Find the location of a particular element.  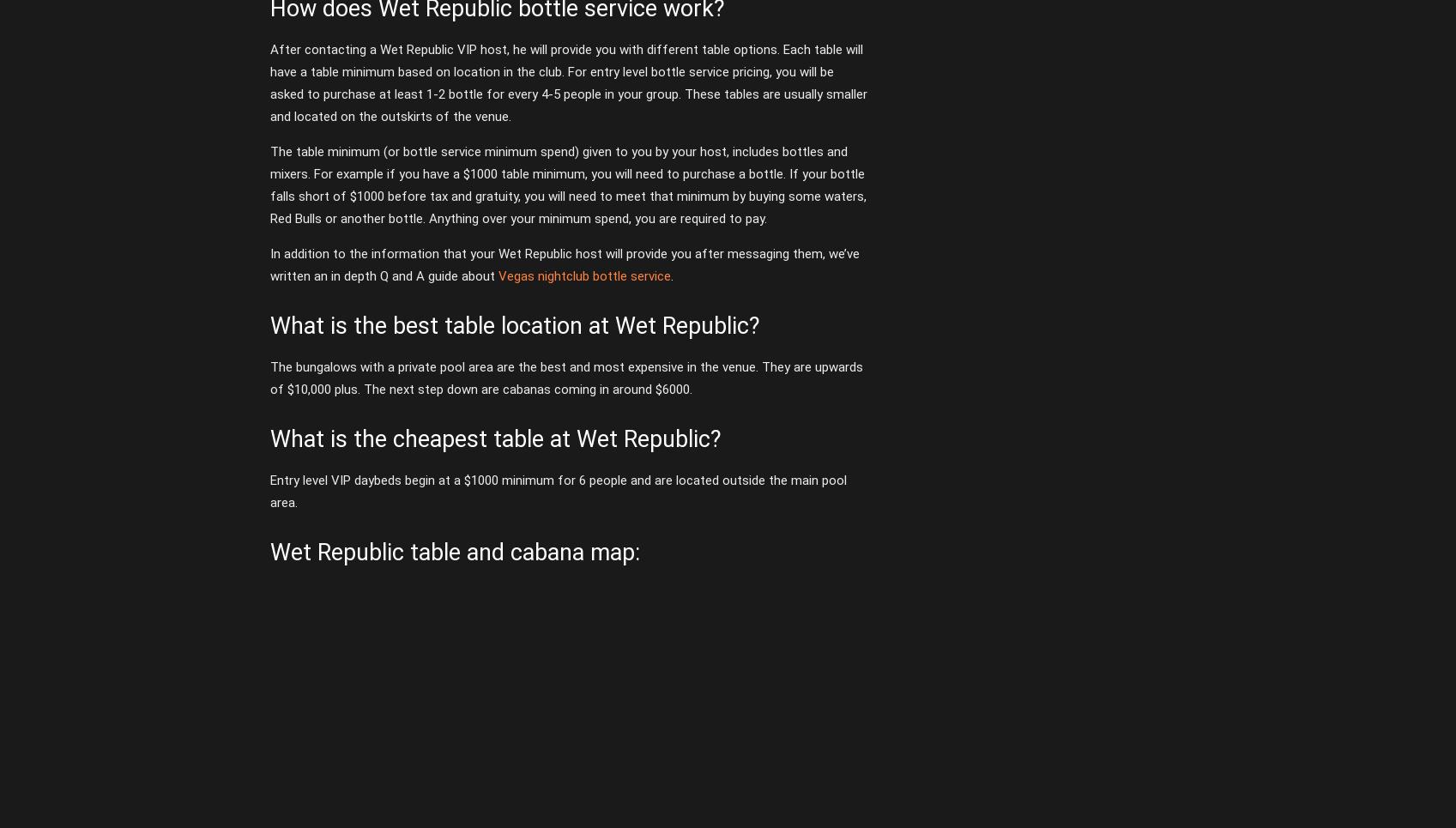

'Wet Republic table and cabana map:' is located at coordinates (269, 551).